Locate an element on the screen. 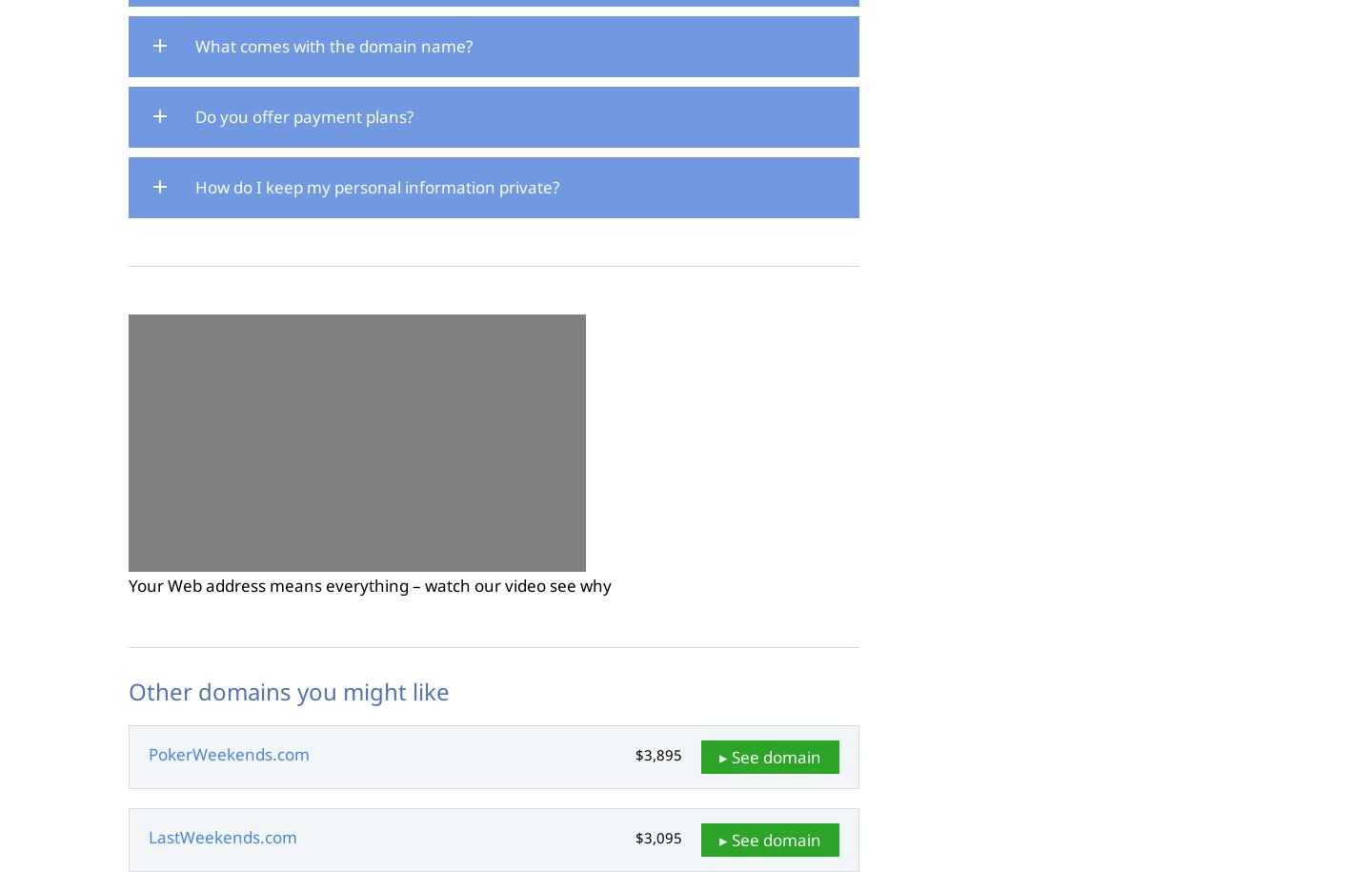 The height and width of the screenshot is (872, 1372). 'LastWeekends.com' is located at coordinates (223, 836).